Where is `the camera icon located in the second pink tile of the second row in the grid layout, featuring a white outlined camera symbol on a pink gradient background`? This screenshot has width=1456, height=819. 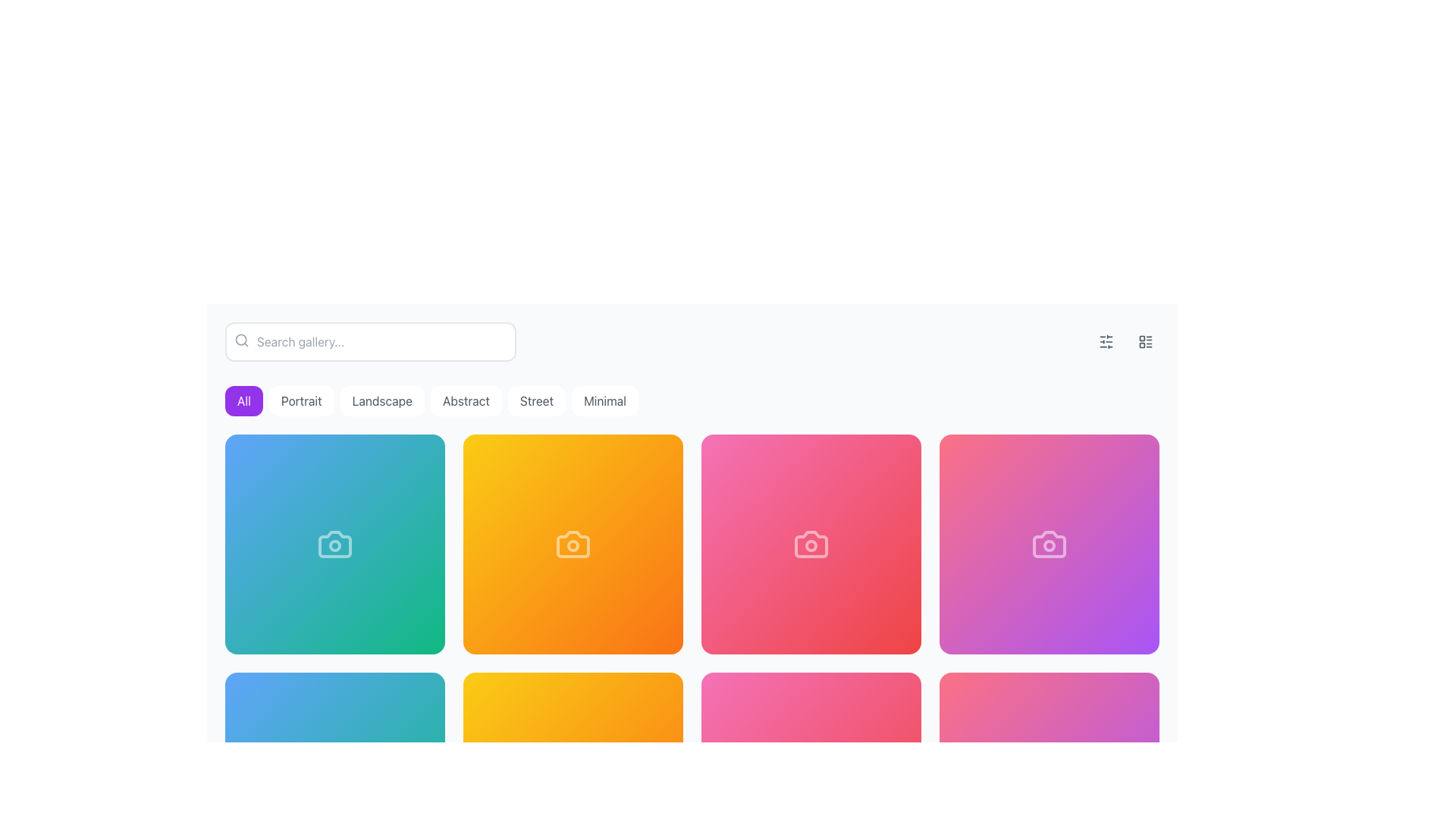
the camera icon located in the second pink tile of the second row in the grid layout, featuring a white outlined camera symbol on a pink gradient background is located at coordinates (811, 543).